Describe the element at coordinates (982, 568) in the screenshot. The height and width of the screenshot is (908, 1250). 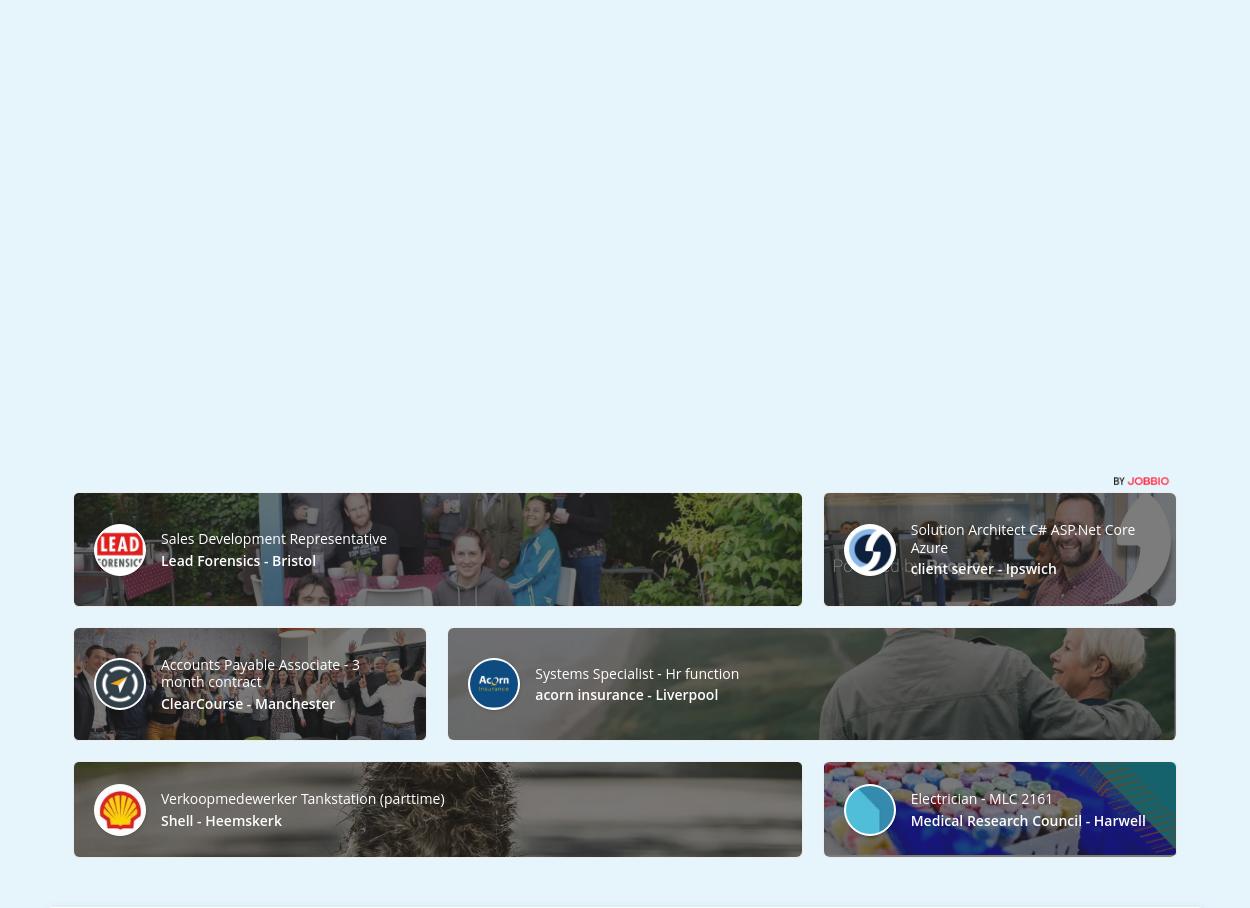
I see `'client server - Ipswich'` at that location.